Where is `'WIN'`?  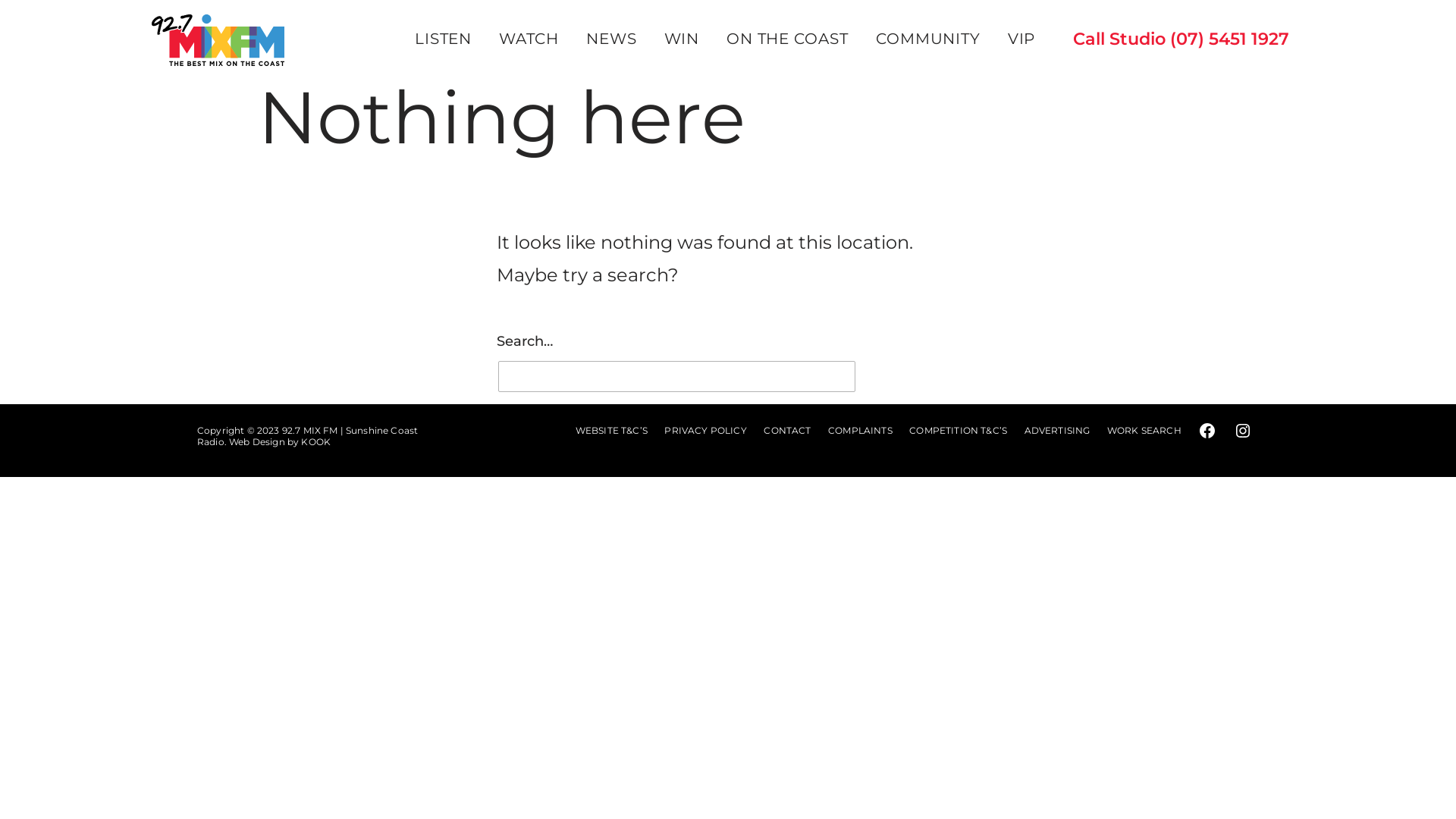
'WIN' is located at coordinates (680, 37).